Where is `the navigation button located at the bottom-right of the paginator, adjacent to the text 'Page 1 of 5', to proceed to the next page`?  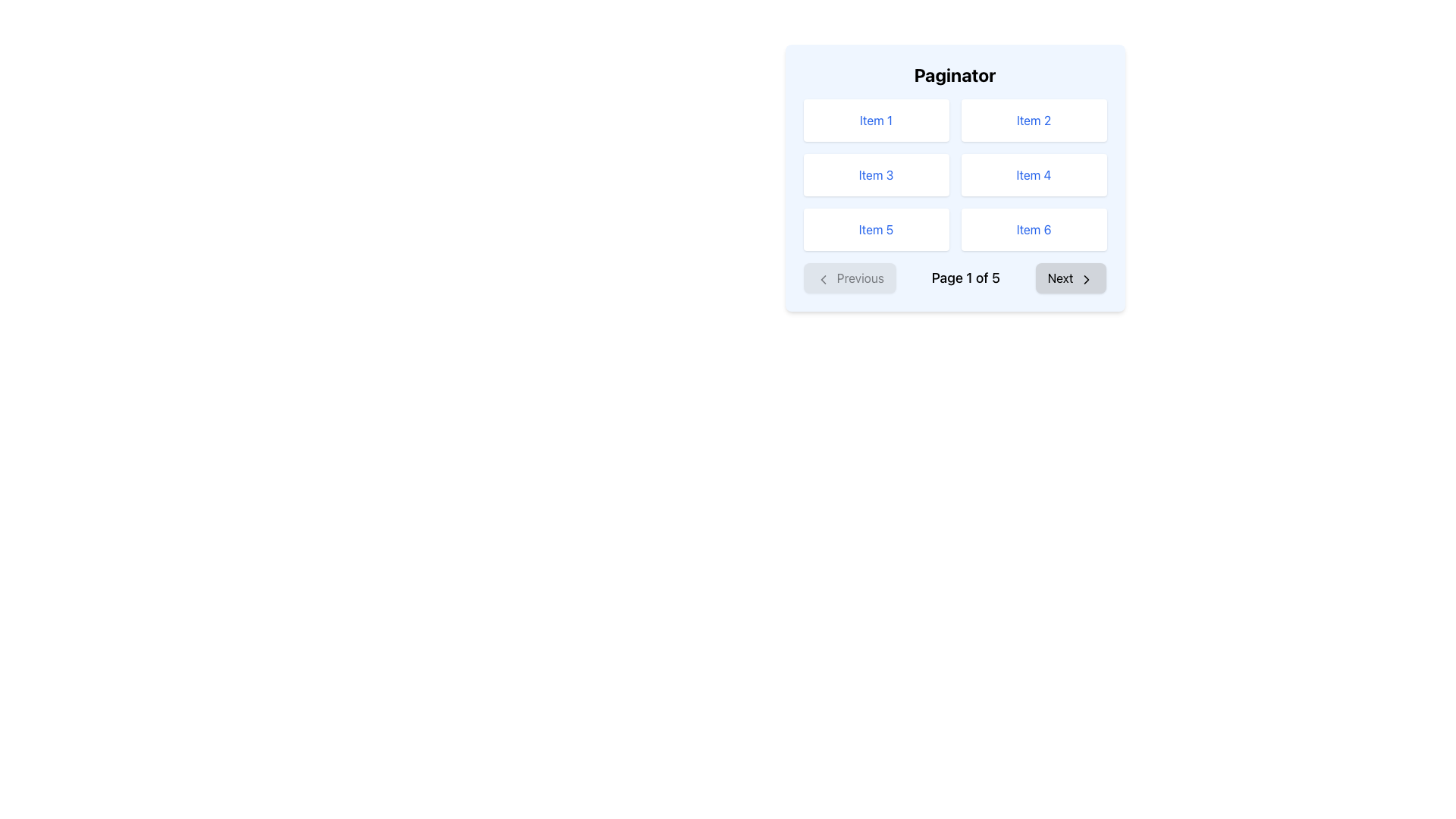
the navigation button located at the bottom-right of the paginator, adjacent to the text 'Page 1 of 5', to proceed to the next page is located at coordinates (1070, 278).